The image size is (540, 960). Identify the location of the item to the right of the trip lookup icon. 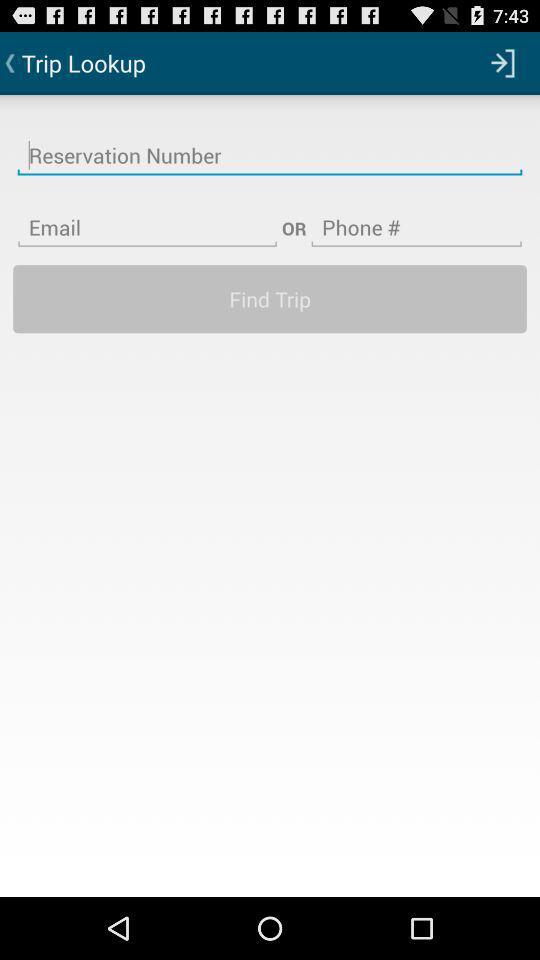
(502, 62).